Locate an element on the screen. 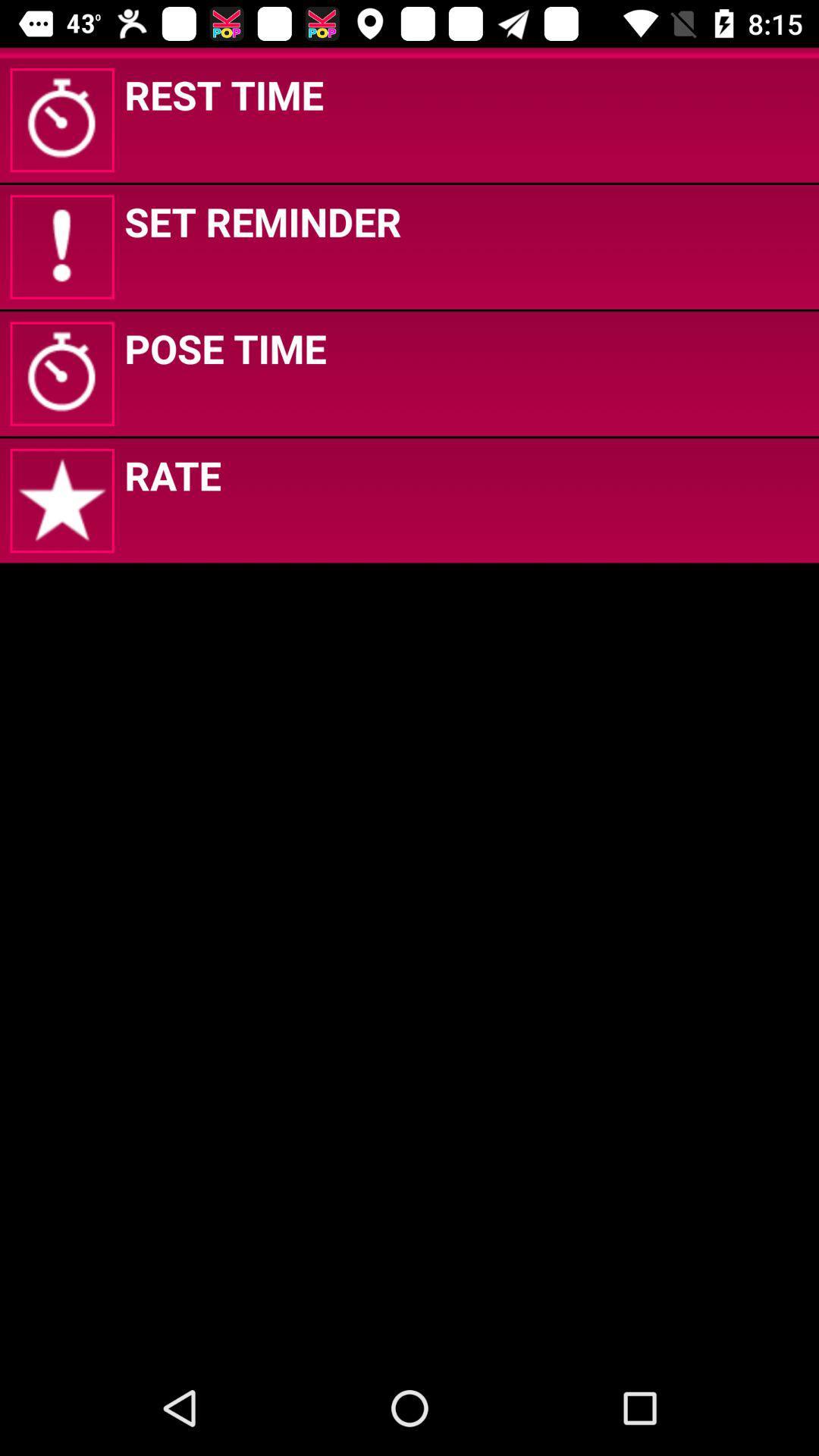 The width and height of the screenshot is (819, 1456). icon below the pose time is located at coordinates (171, 474).